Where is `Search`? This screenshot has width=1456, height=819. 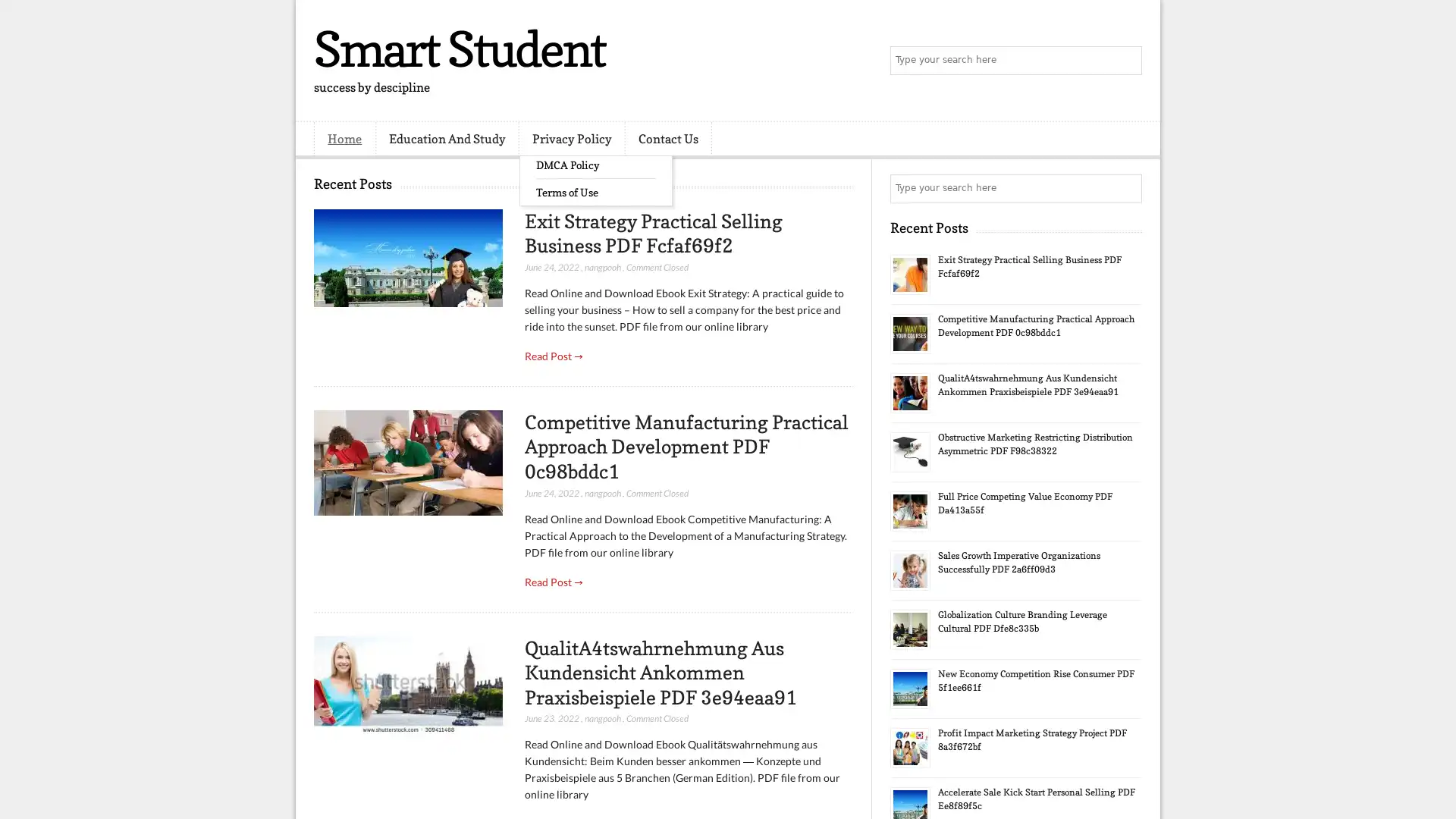 Search is located at coordinates (1126, 188).